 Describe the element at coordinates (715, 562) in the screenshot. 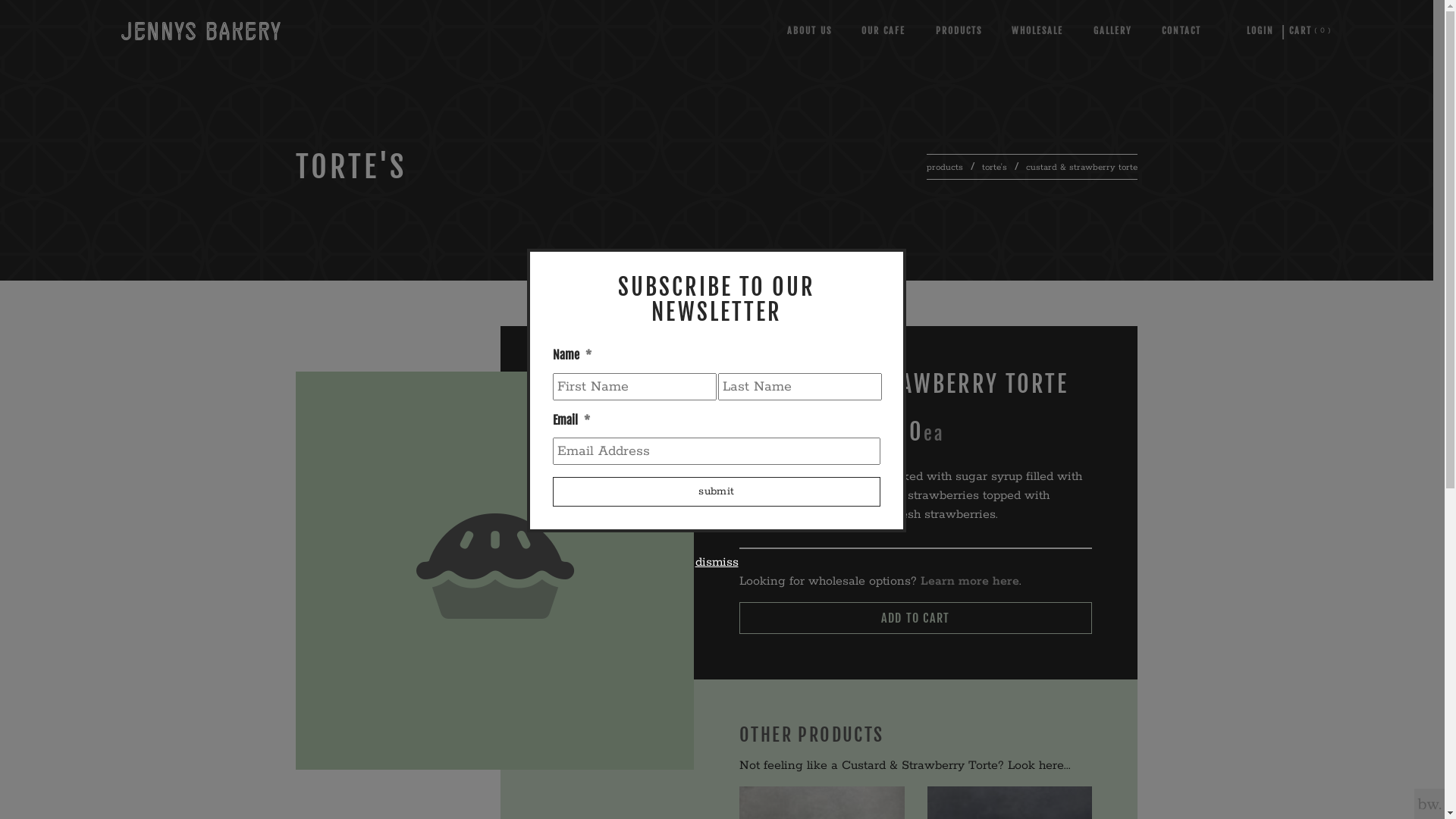

I see `'dismiss'` at that location.